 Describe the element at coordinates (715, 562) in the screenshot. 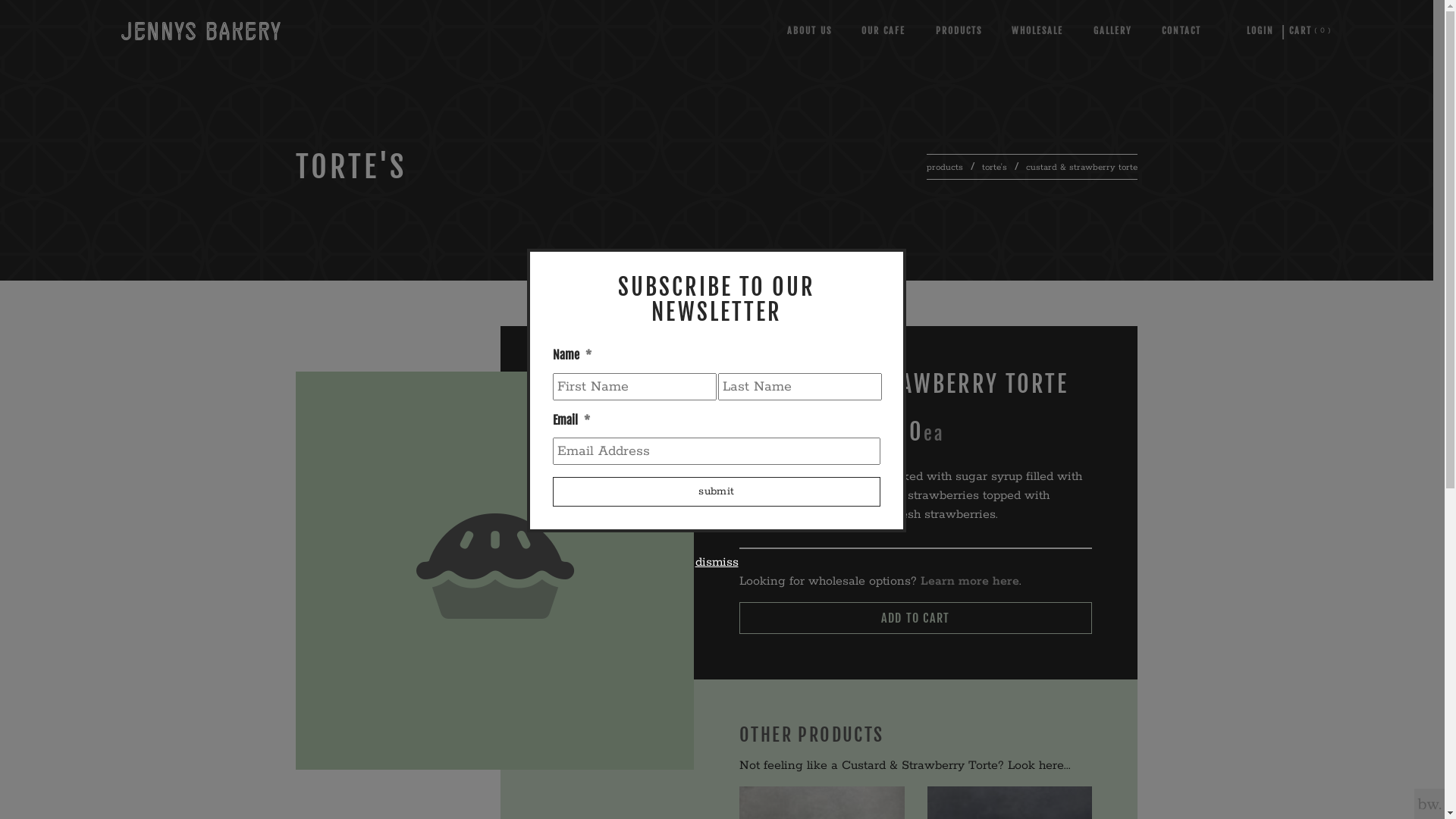

I see `'dismiss'` at that location.